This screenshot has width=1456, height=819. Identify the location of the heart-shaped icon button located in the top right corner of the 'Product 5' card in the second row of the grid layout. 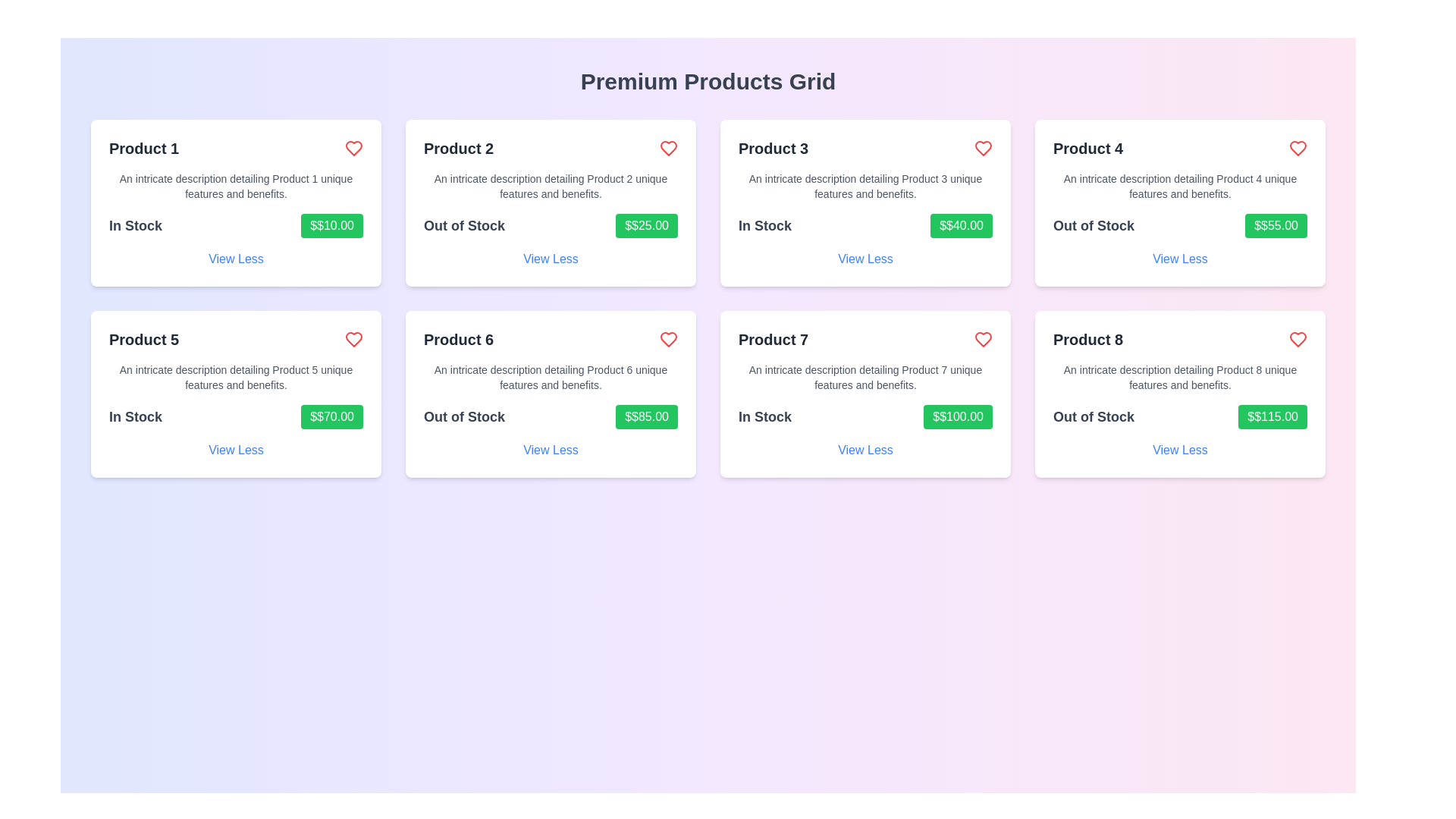
(353, 338).